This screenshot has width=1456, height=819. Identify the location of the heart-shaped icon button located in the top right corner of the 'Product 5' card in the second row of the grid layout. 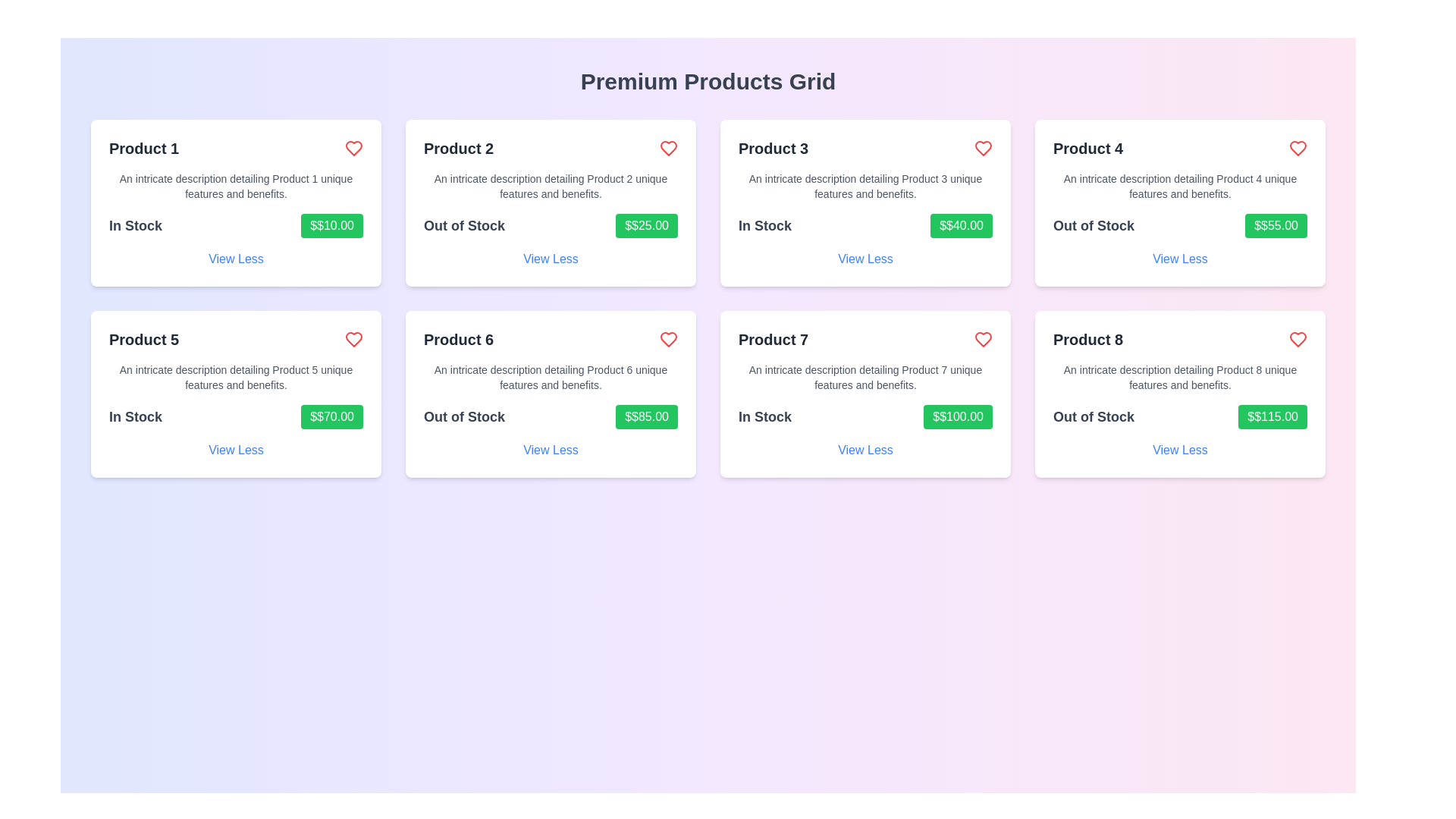
(353, 338).